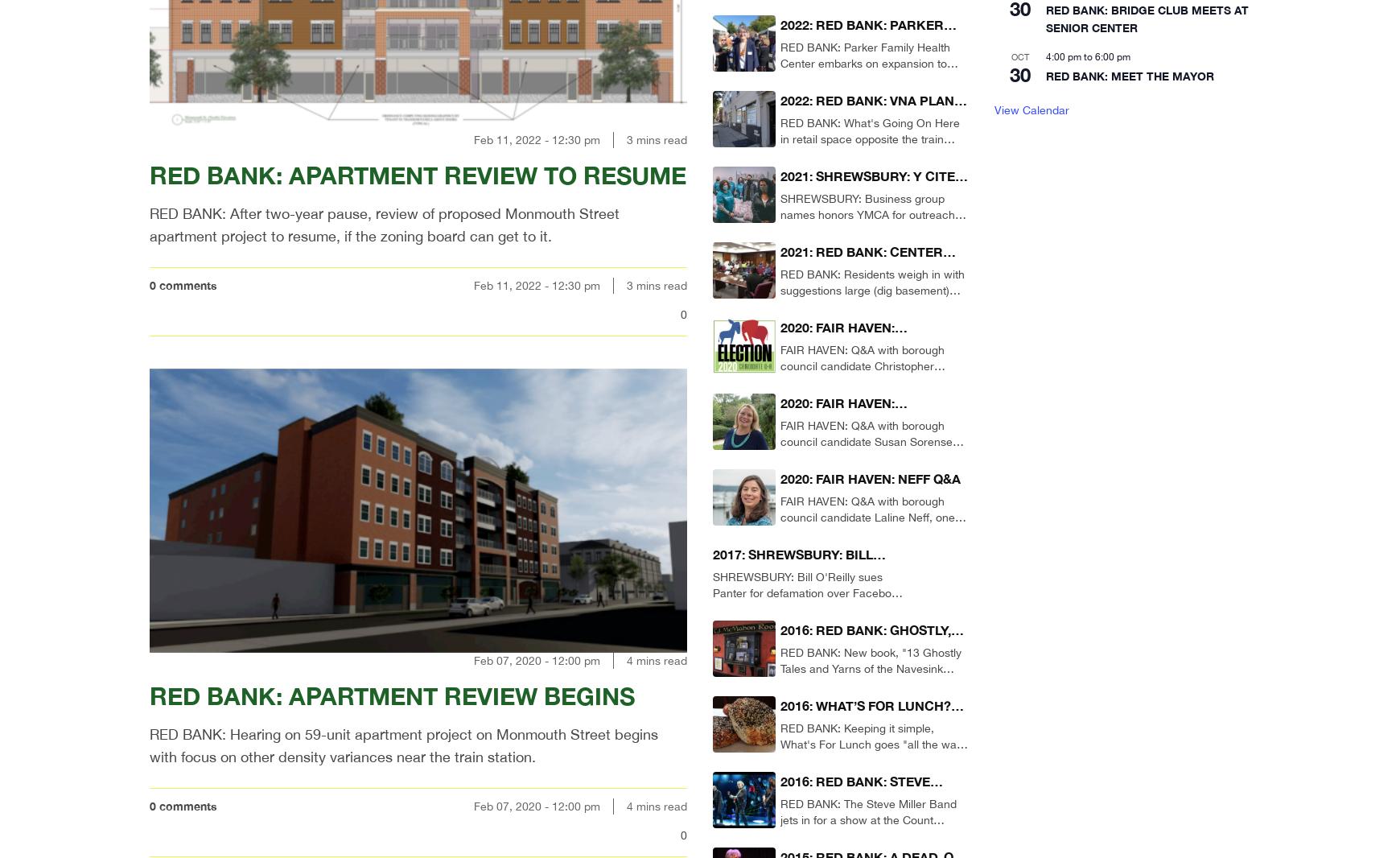 This screenshot has height=858, width=1400. I want to click on '2017: SHREWSBURY: BILL O’REILLY SUES PANTER', so click(792, 563).